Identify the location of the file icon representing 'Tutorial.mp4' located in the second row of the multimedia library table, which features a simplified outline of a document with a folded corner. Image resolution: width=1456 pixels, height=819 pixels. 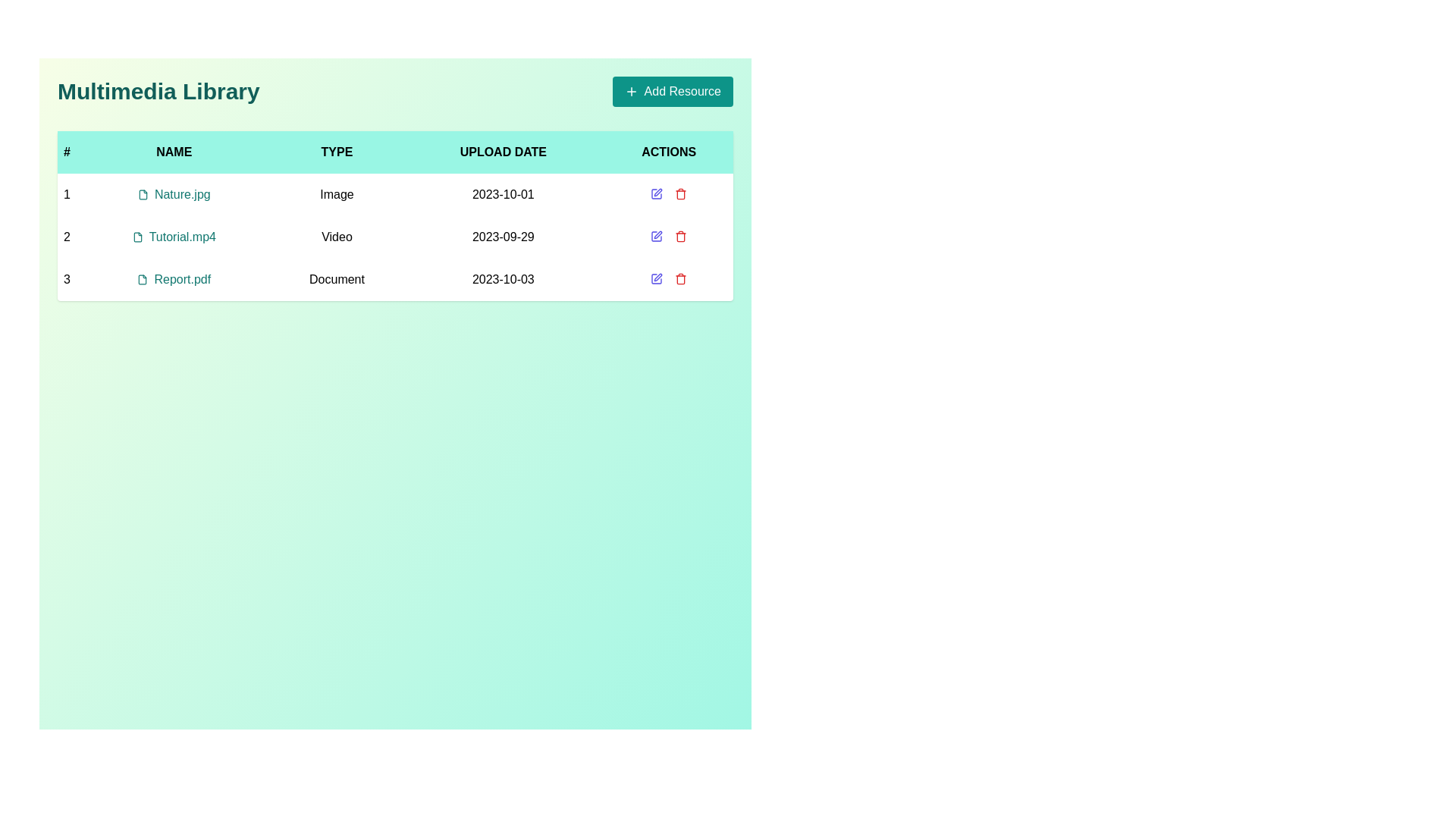
(137, 237).